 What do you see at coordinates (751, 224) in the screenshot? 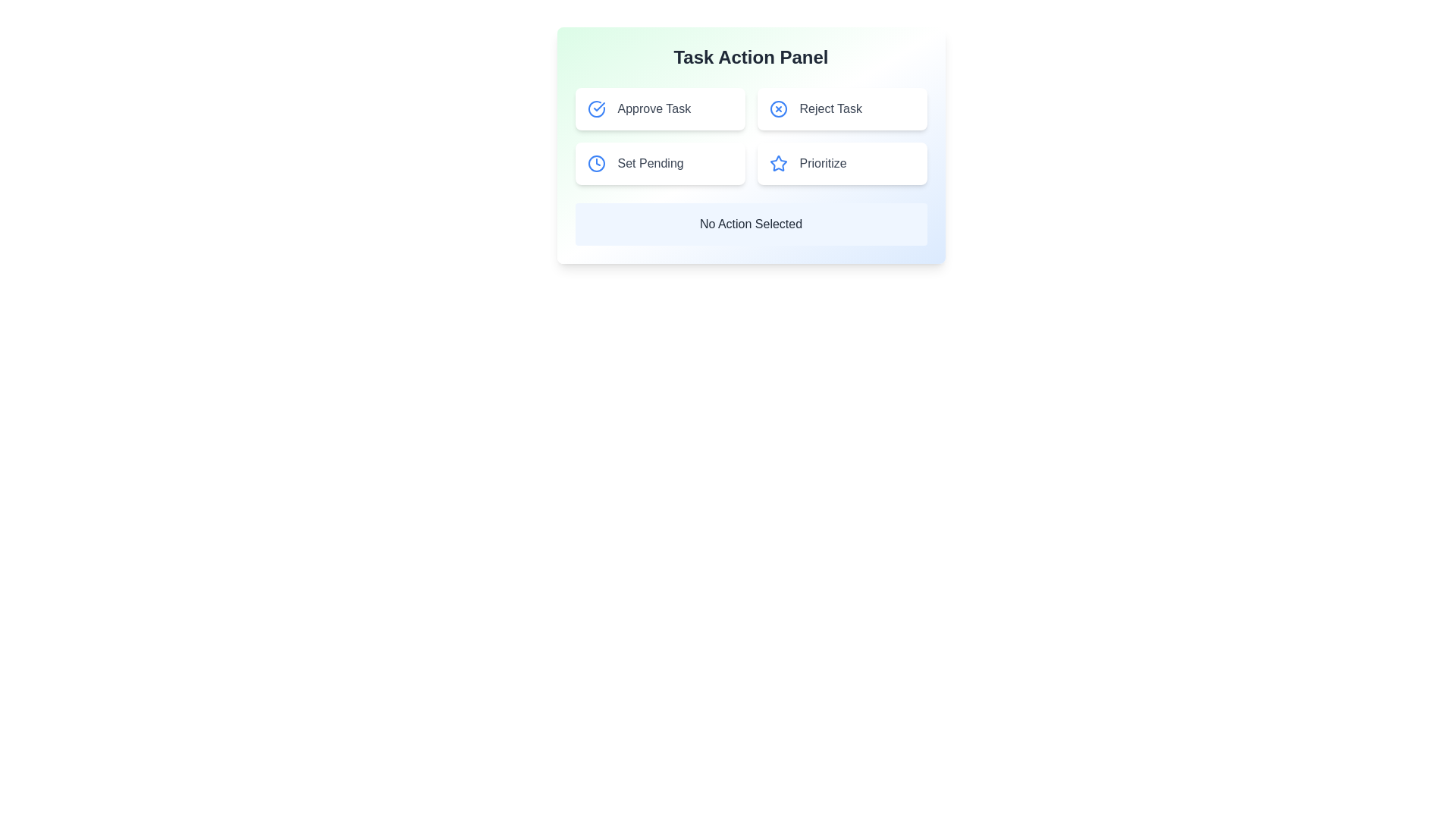
I see `the static text label that reads 'No Action Selected', which is centrally aligned and styled with a light blue background, located below the action buttons in the 'Task Action Panel'` at bounding box center [751, 224].